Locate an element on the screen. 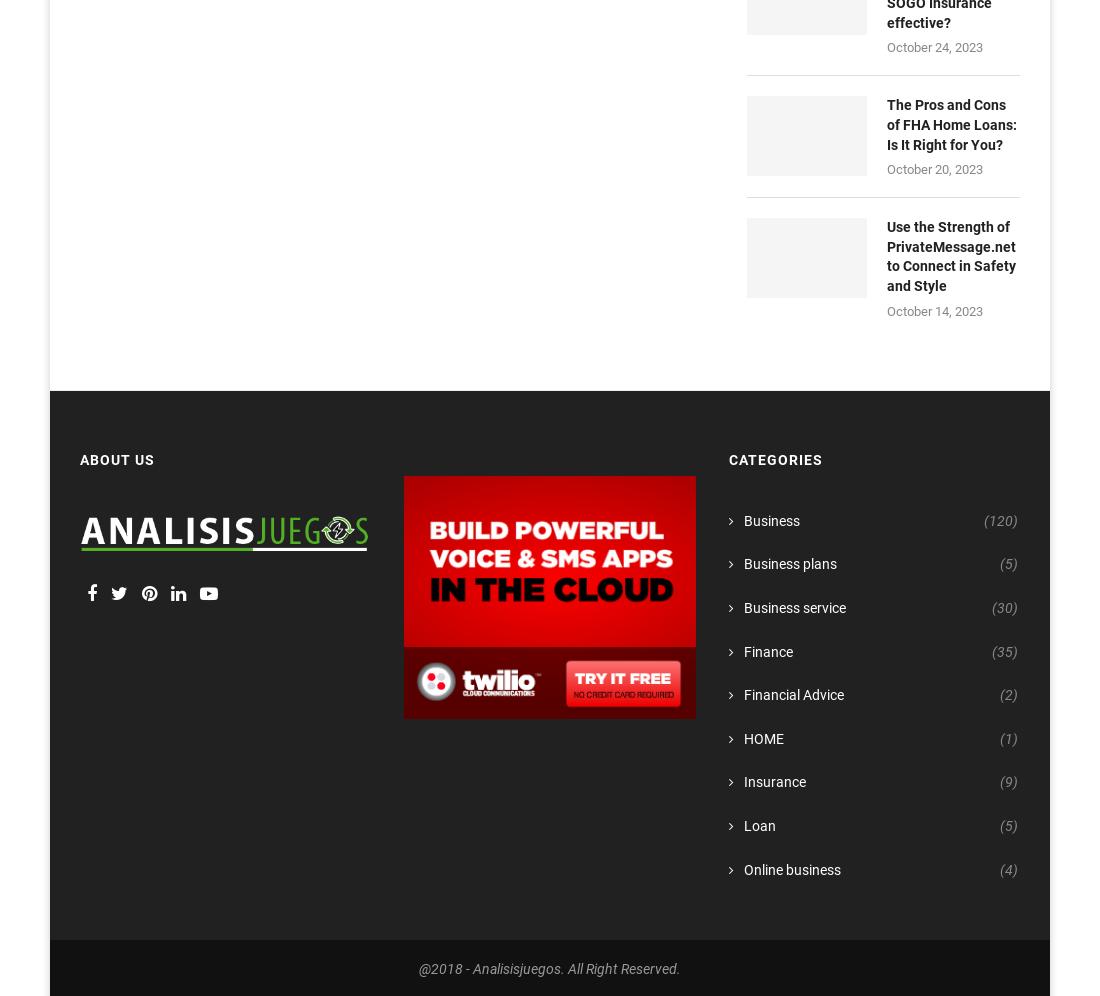 This screenshot has width=1100, height=996. 'Business plans' is located at coordinates (789, 563).